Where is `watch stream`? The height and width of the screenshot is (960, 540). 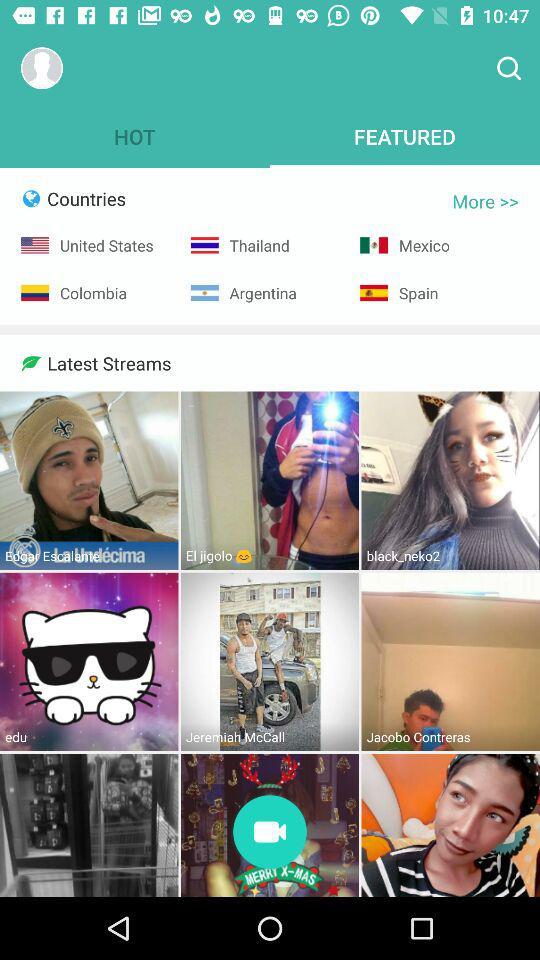 watch stream is located at coordinates (270, 833).